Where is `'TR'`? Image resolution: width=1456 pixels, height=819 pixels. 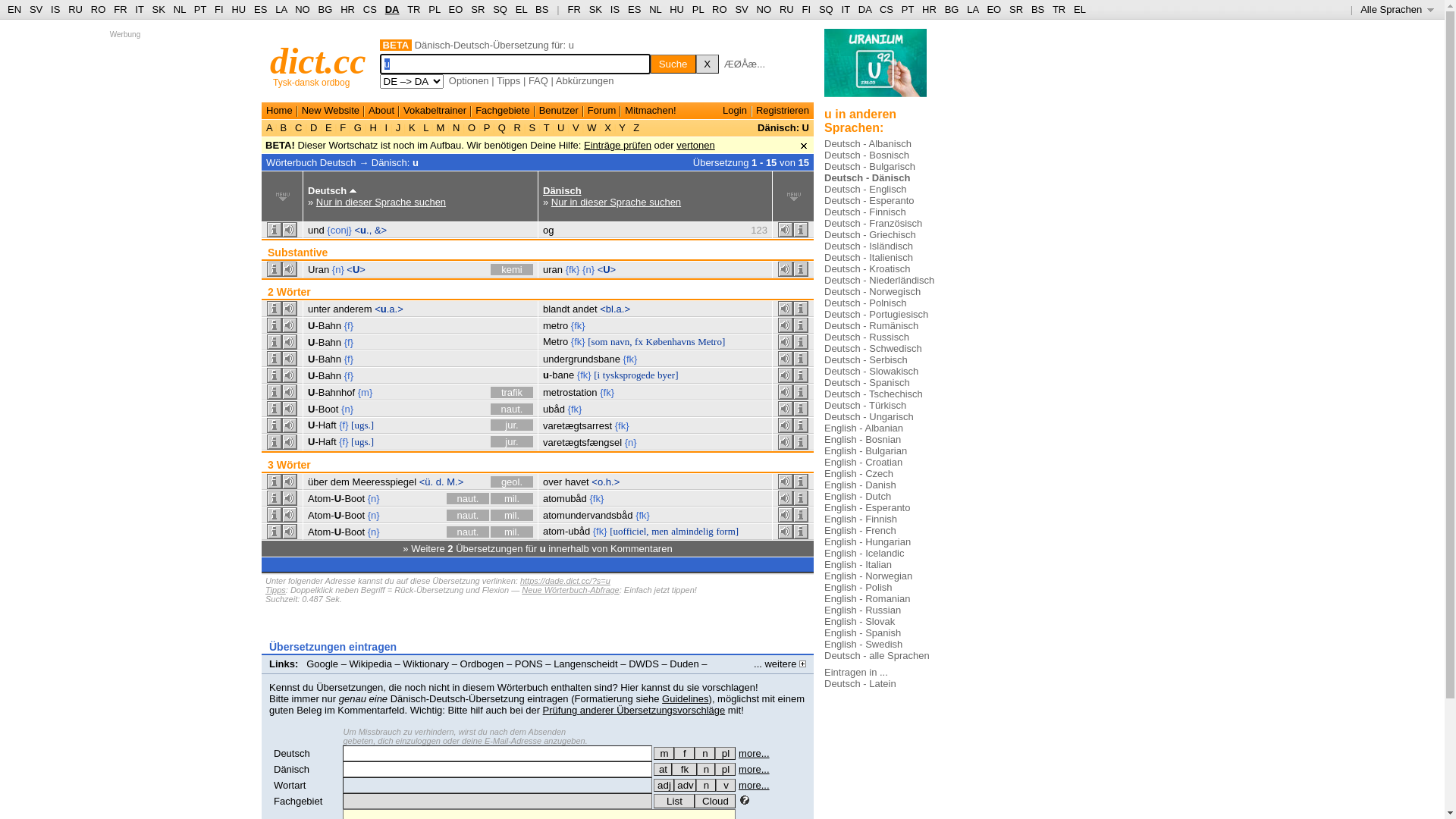 'TR' is located at coordinates (413, 9).